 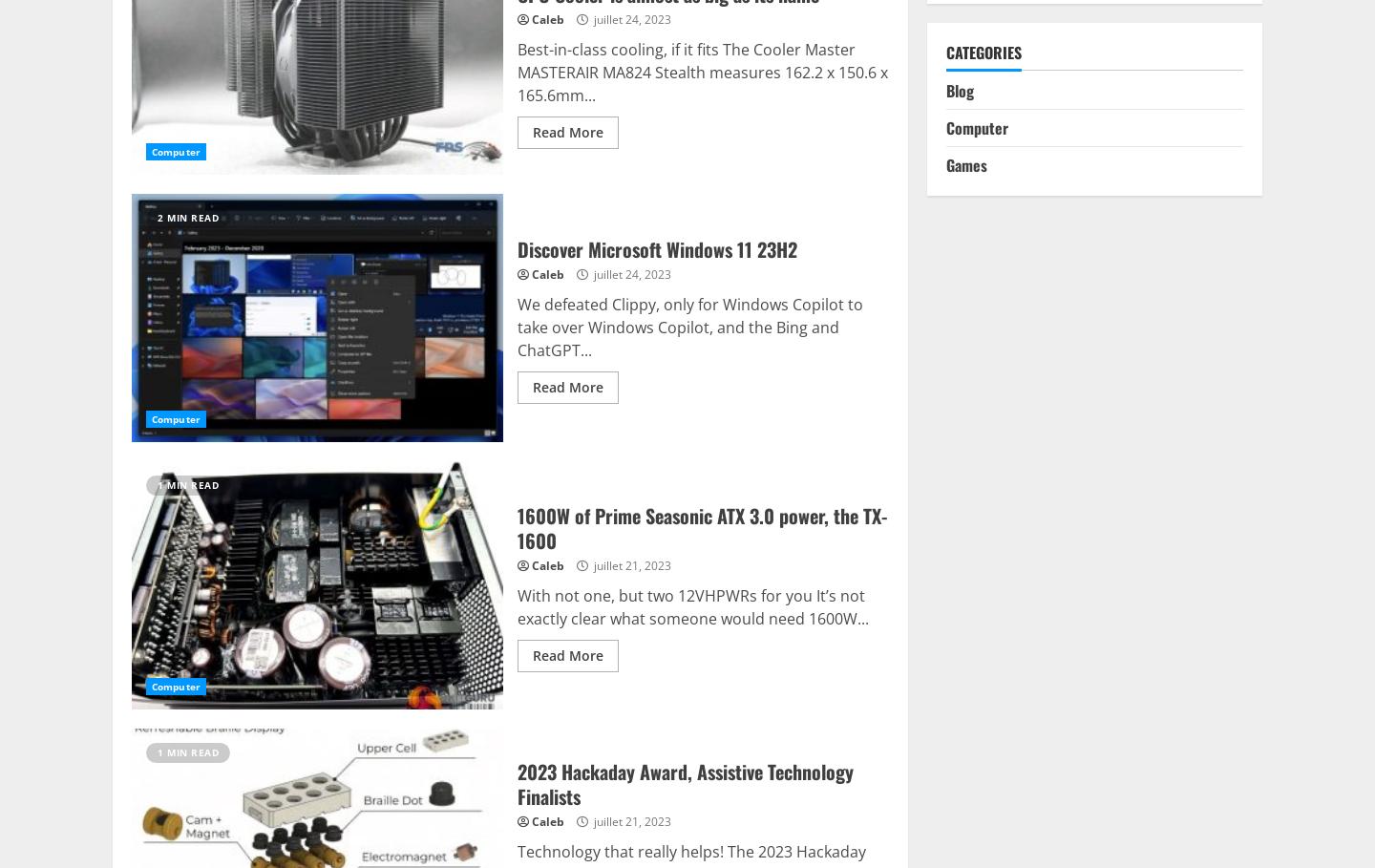 What do you see at coordinates (691, 605) in the screenshot?
I see `'With not one, but two 12VHPWRs for you It’s not exactly clear what someone would need 1600W...'` at bounding box center [691, 605].